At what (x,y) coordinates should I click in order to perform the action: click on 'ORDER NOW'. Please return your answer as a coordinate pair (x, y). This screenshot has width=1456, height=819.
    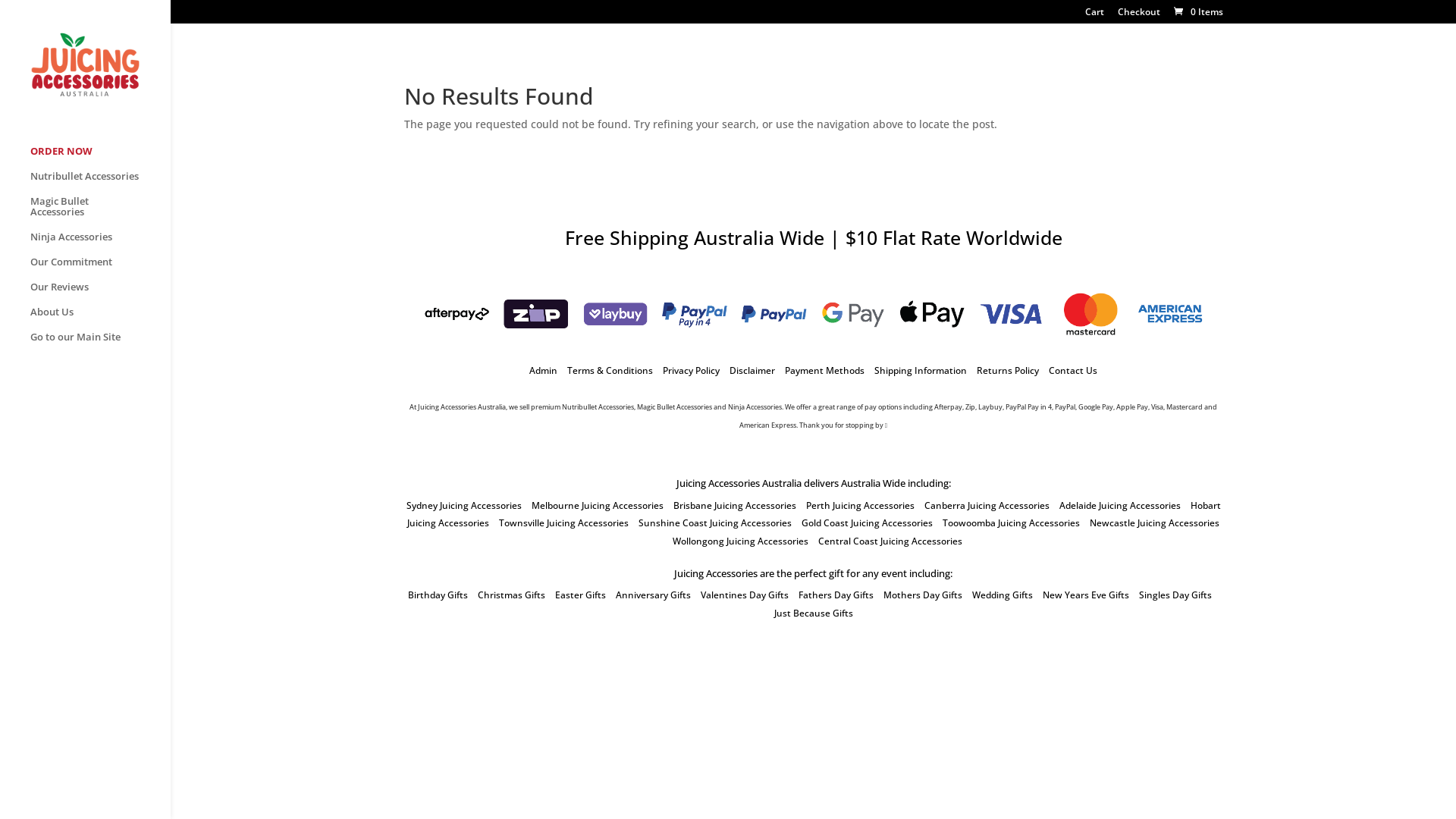
    Looking at the image, I should click on (99, 158).